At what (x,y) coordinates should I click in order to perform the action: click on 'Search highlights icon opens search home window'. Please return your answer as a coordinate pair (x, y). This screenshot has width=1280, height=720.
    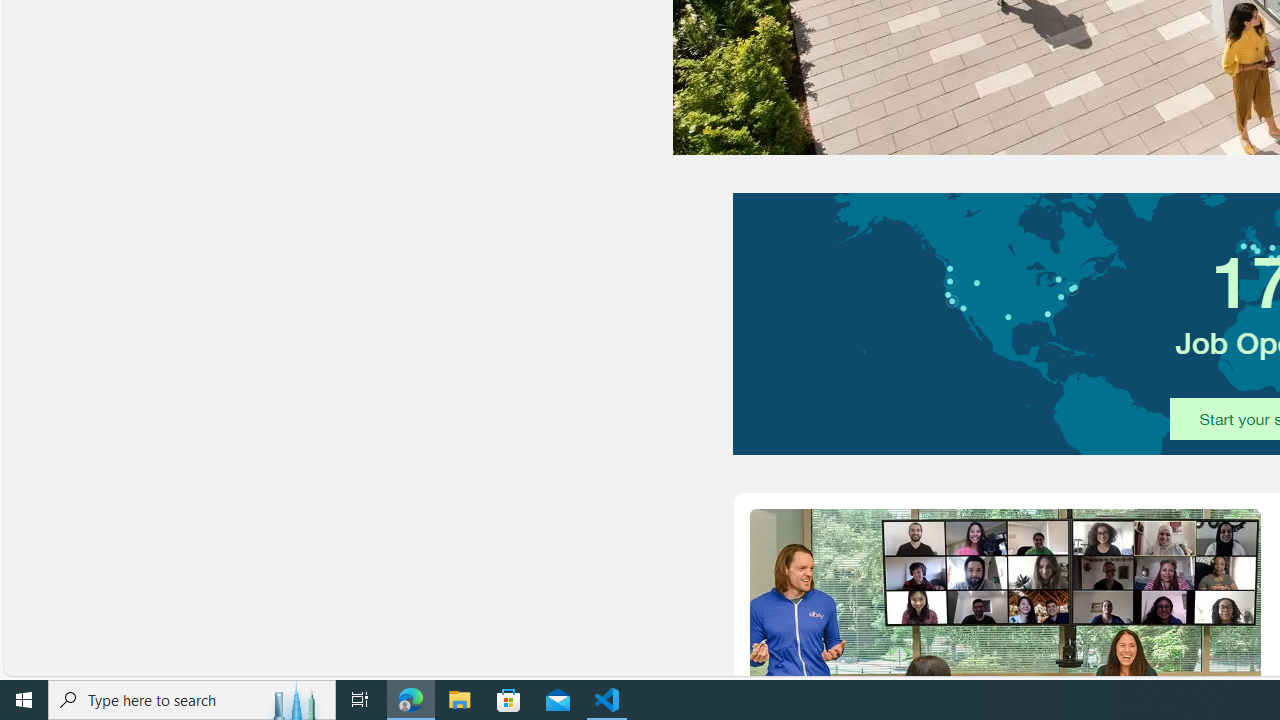
    Looking at the image, I should click on (294, 698).